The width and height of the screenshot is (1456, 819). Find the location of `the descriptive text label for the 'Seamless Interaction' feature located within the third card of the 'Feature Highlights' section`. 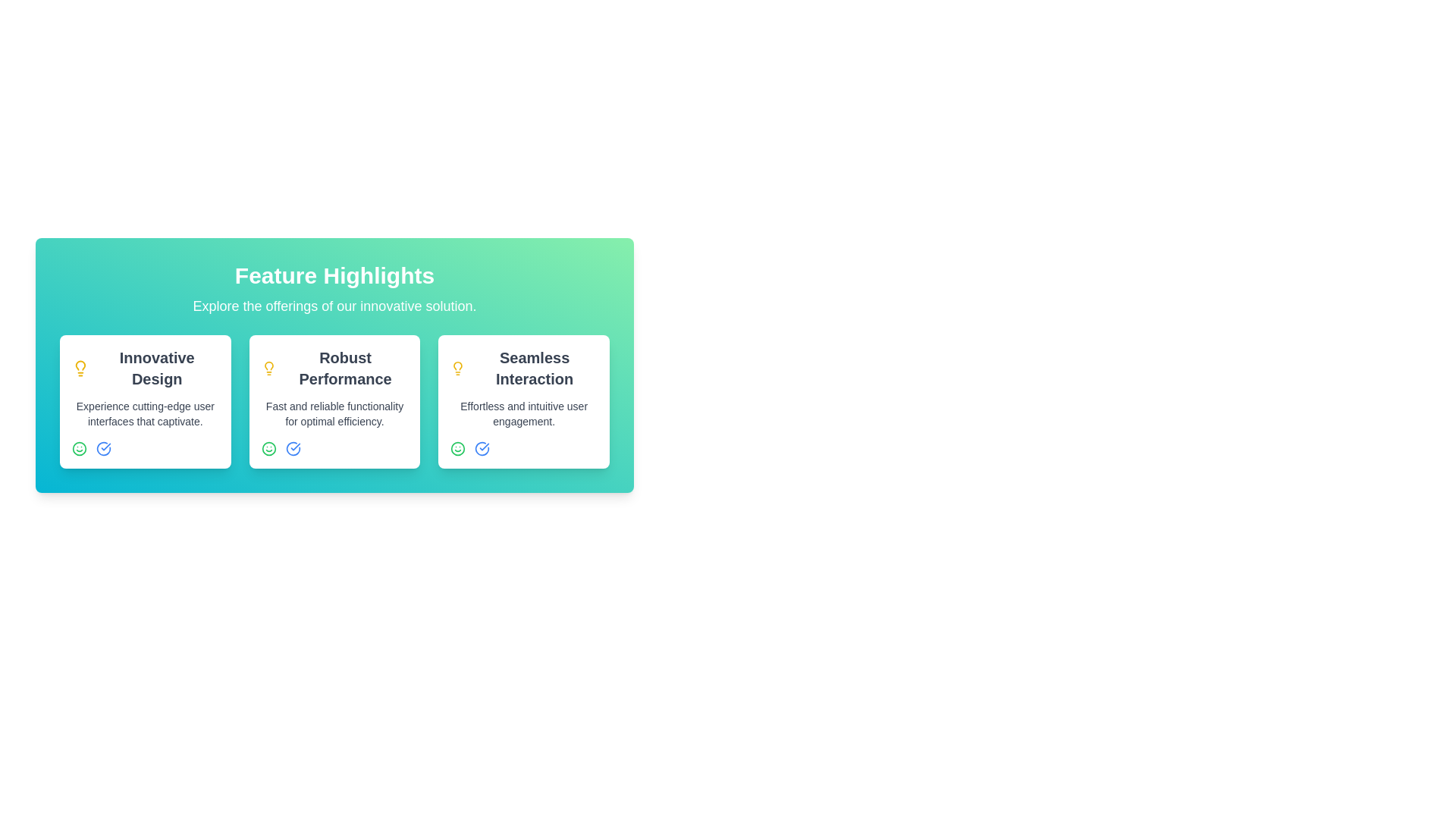

the descriptive text label for the 'Seamless Interaction' feature located within the third card of the 'Feature Highlights' section is located at coordinates (524, 414).